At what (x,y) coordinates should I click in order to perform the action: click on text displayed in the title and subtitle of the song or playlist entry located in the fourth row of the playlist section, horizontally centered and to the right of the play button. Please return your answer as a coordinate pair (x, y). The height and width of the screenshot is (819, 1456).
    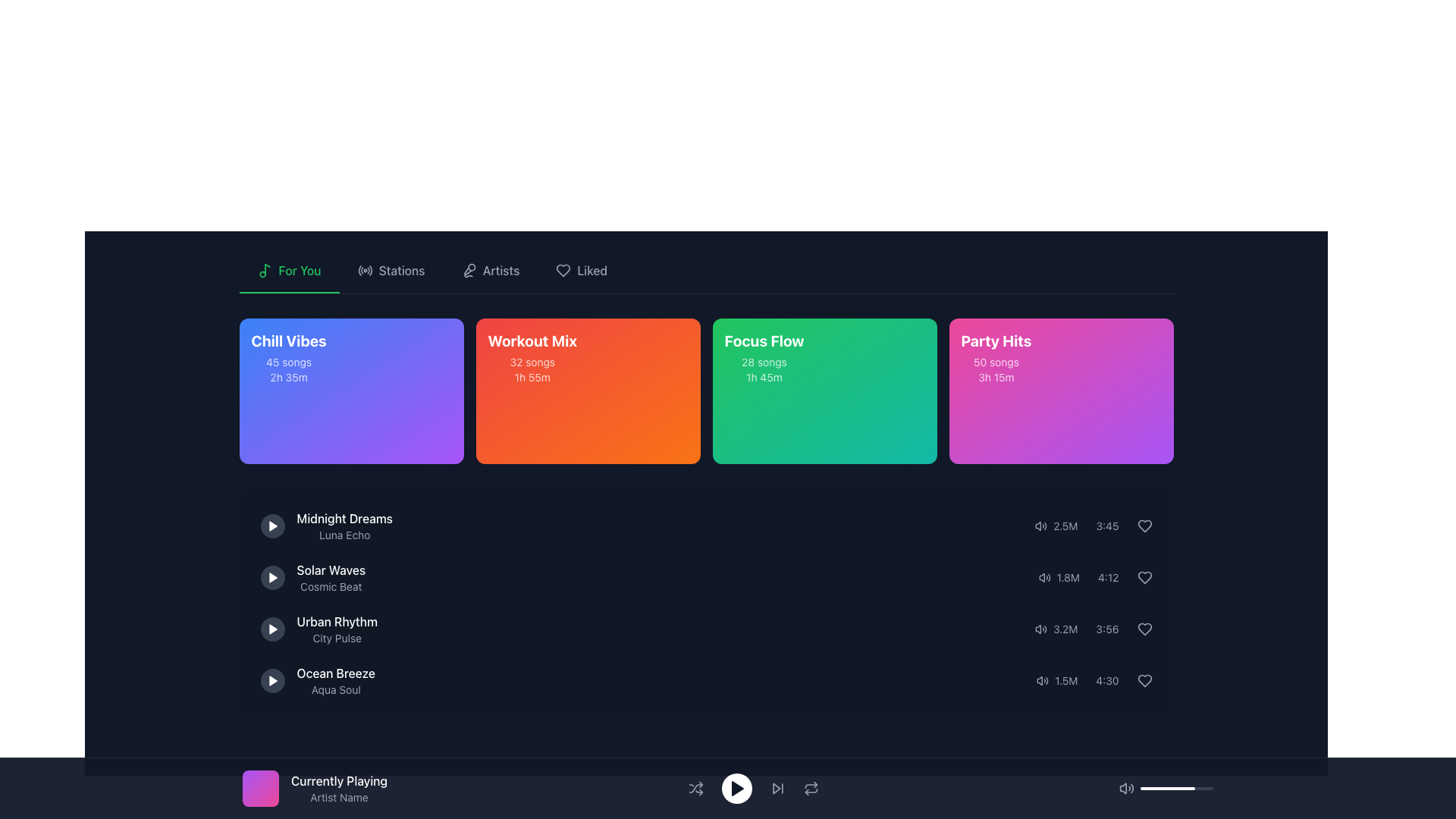
    Looking at the image, I should click on (335, 680).